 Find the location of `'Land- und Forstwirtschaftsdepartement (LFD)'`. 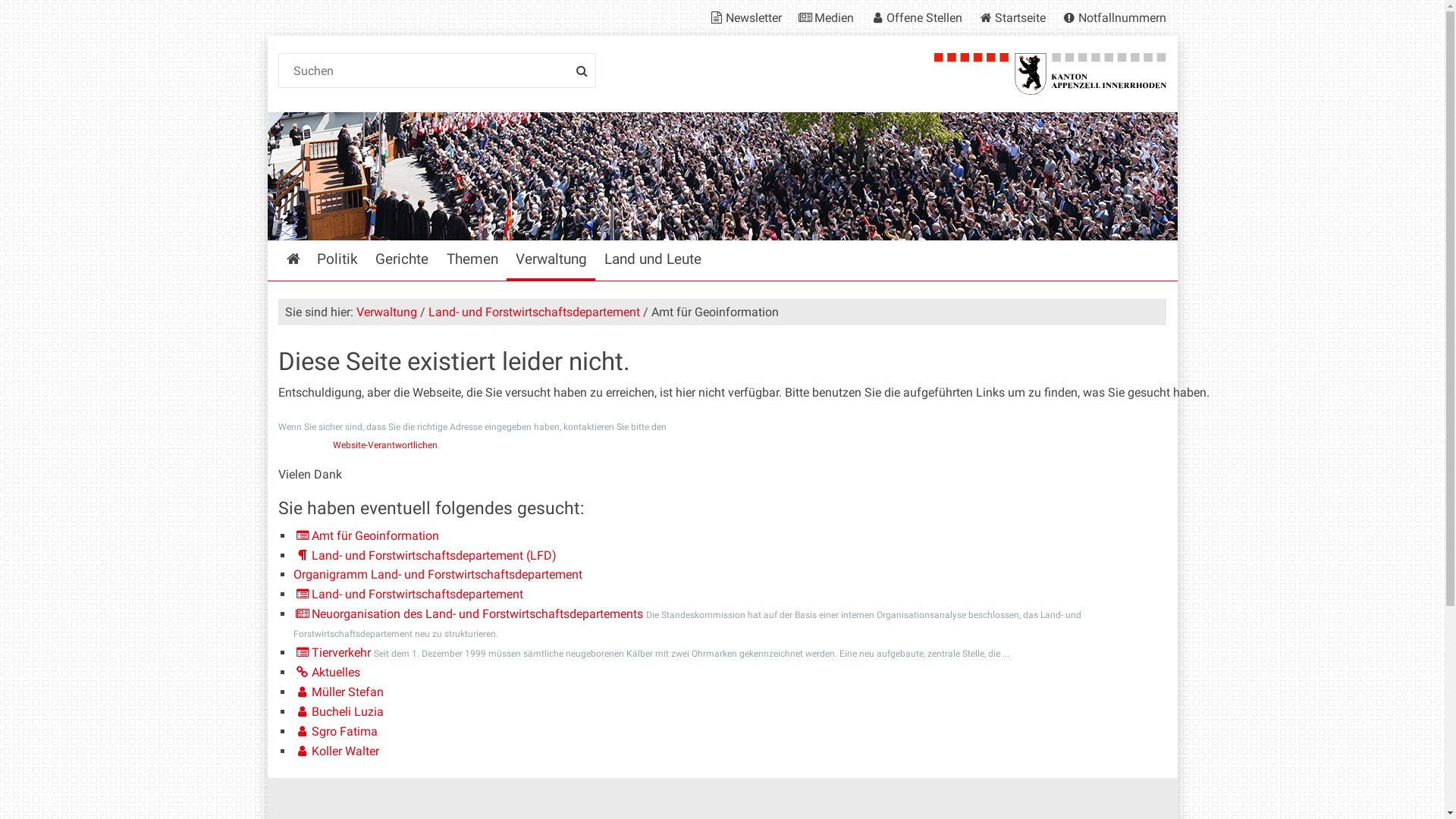

'Land- und Forstwirtschaftsdepartement (LFD)' is located at coordinates (425, 555).